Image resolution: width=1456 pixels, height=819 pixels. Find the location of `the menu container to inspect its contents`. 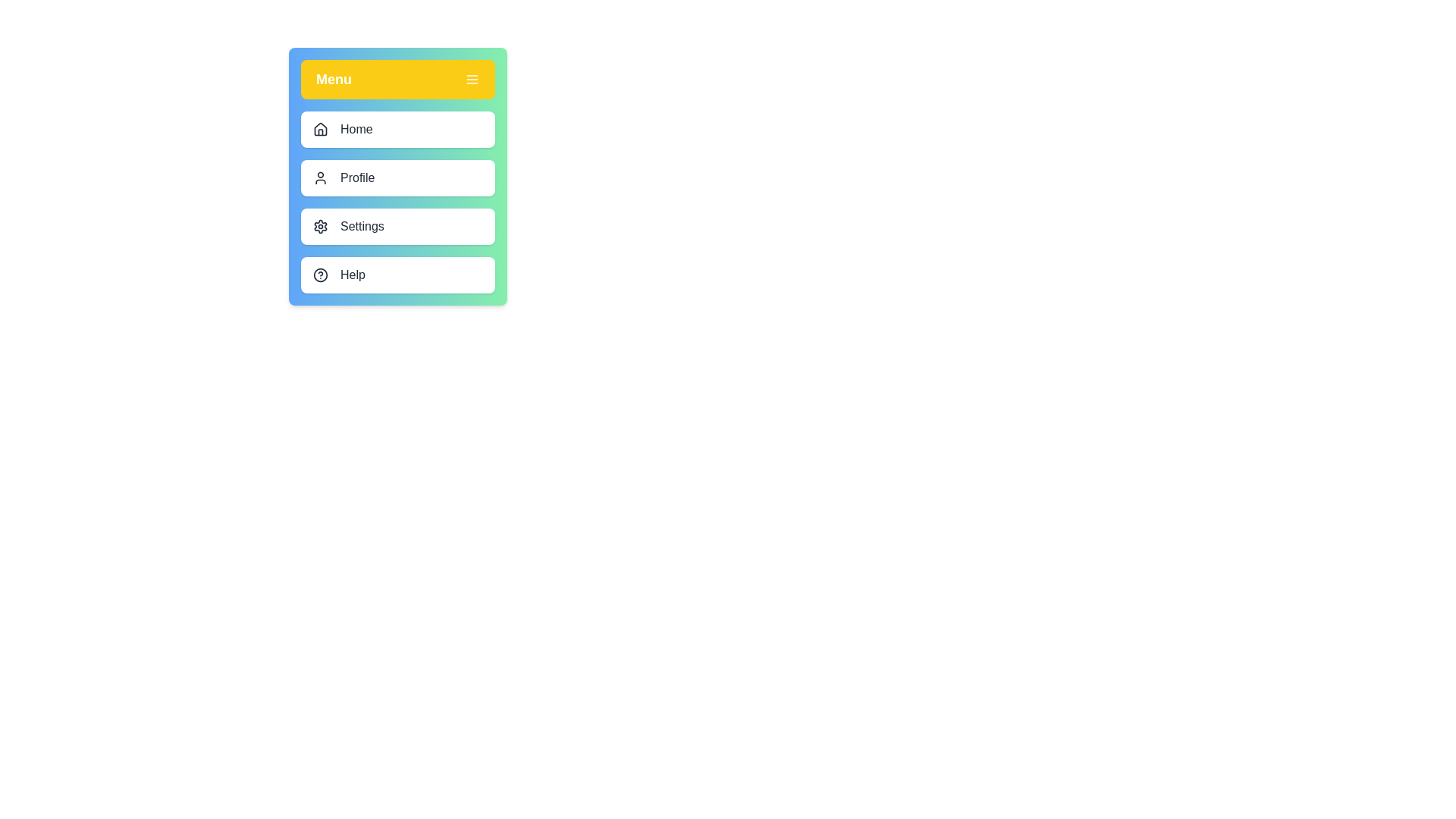

the menu container to inspect its contents is located at coordinates (397, 175).